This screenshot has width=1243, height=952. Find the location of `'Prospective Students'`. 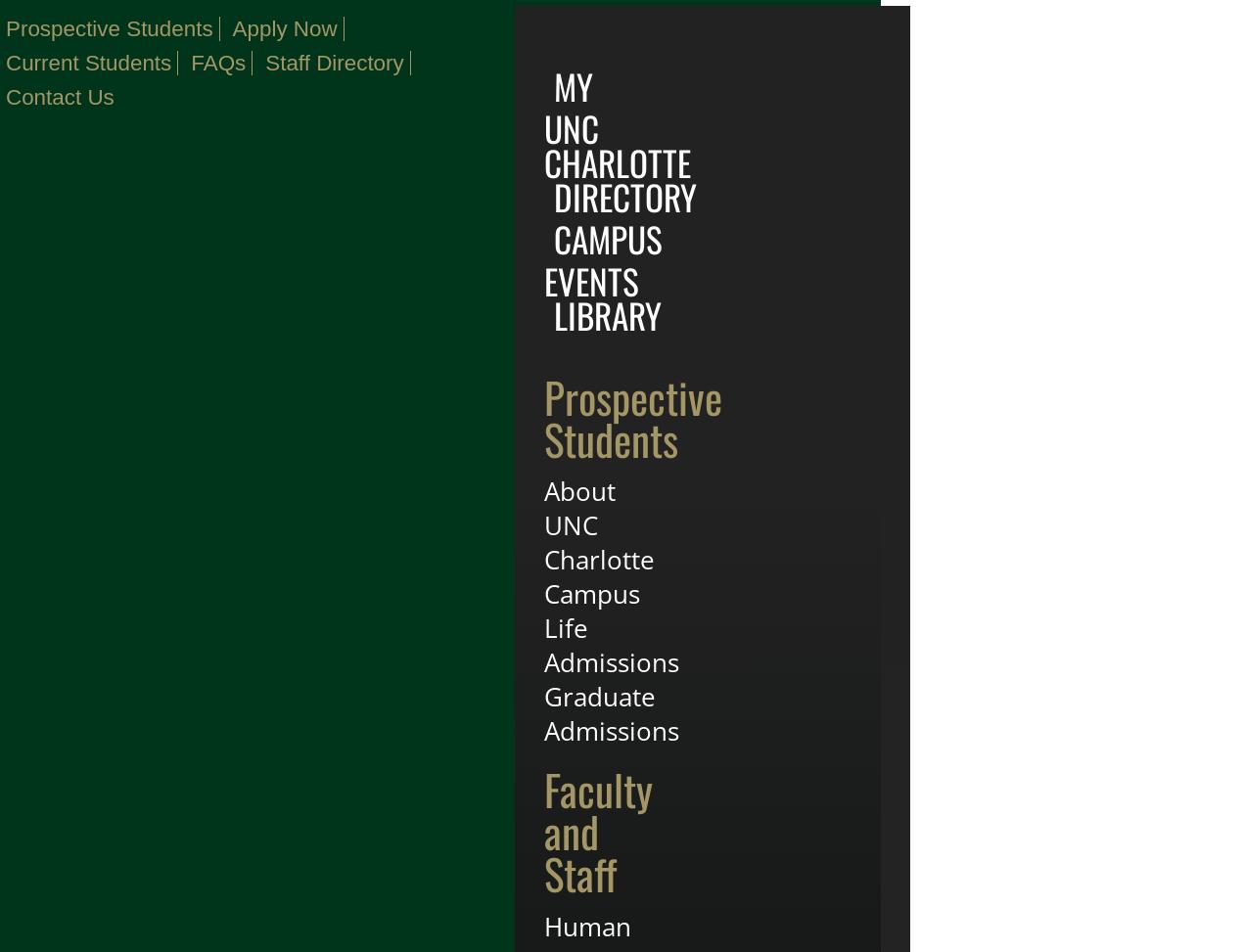

'Prospective Students' is located at coordinates (631, 416).